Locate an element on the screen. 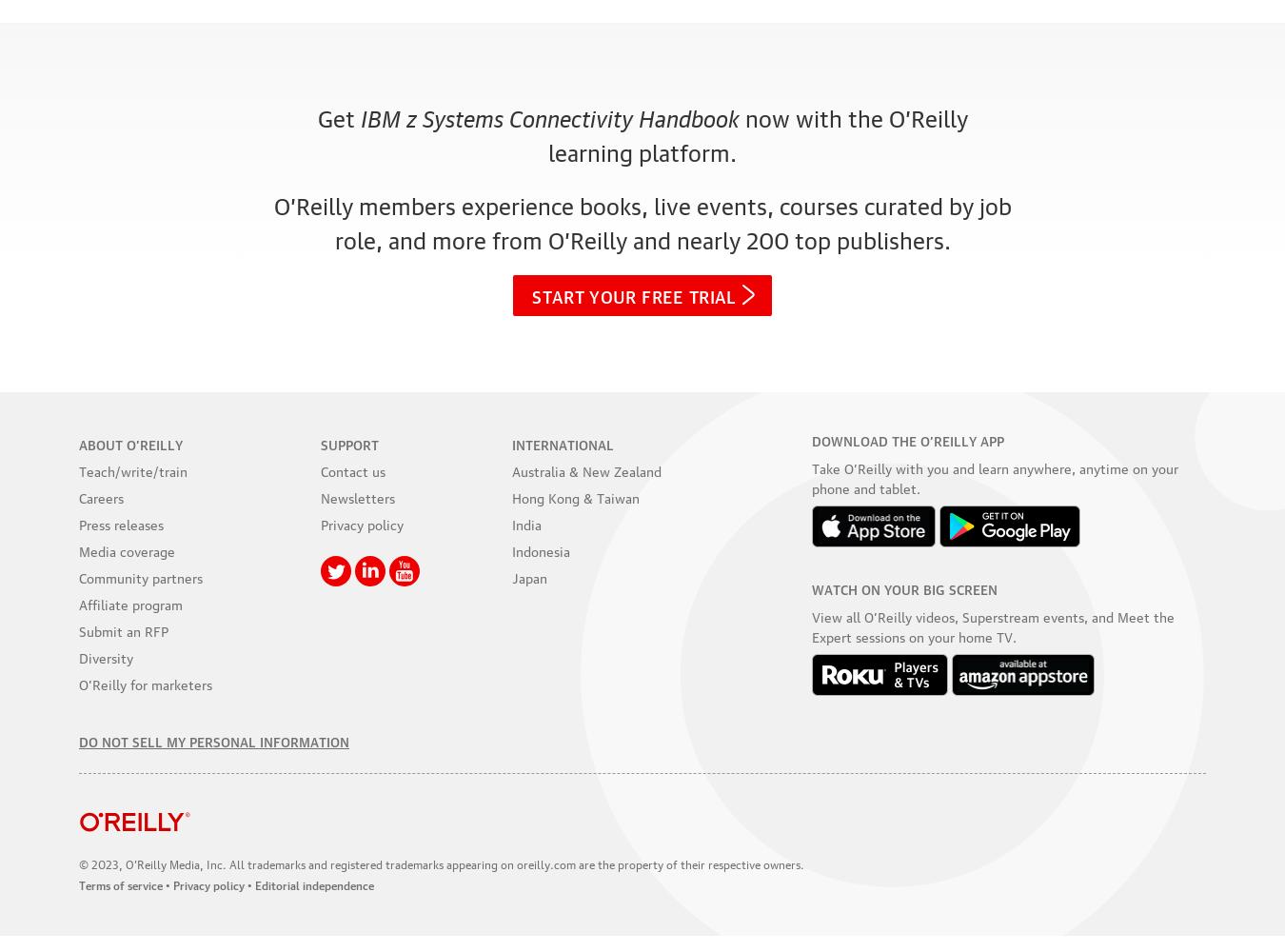  'Download the O’Reilly App' is located at coordinates (810, 439).